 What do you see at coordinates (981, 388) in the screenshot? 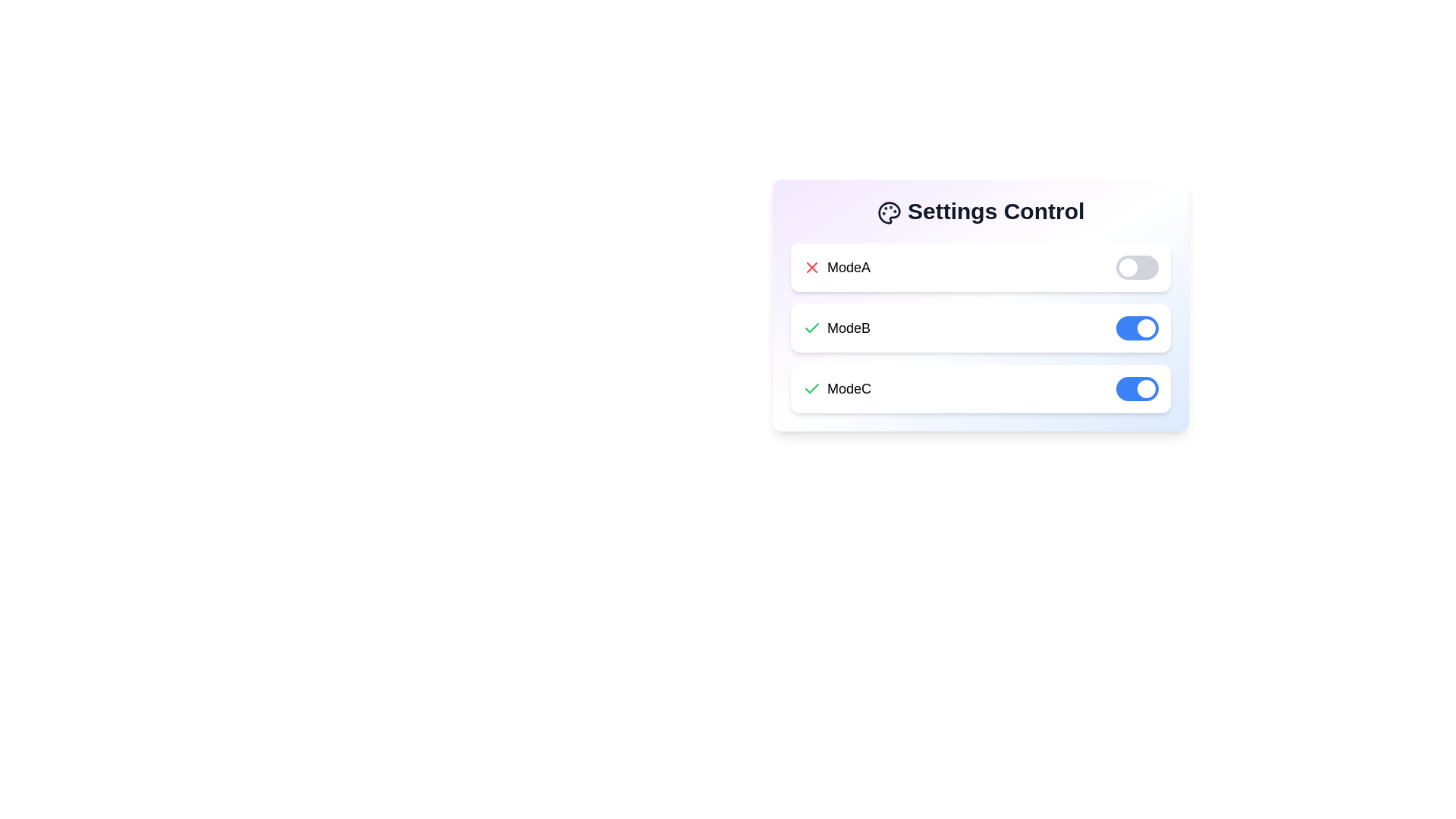
I see `the Interactive List Item with Toggle labeled 'ModeC' for more information` at bounding box center [981, 388].